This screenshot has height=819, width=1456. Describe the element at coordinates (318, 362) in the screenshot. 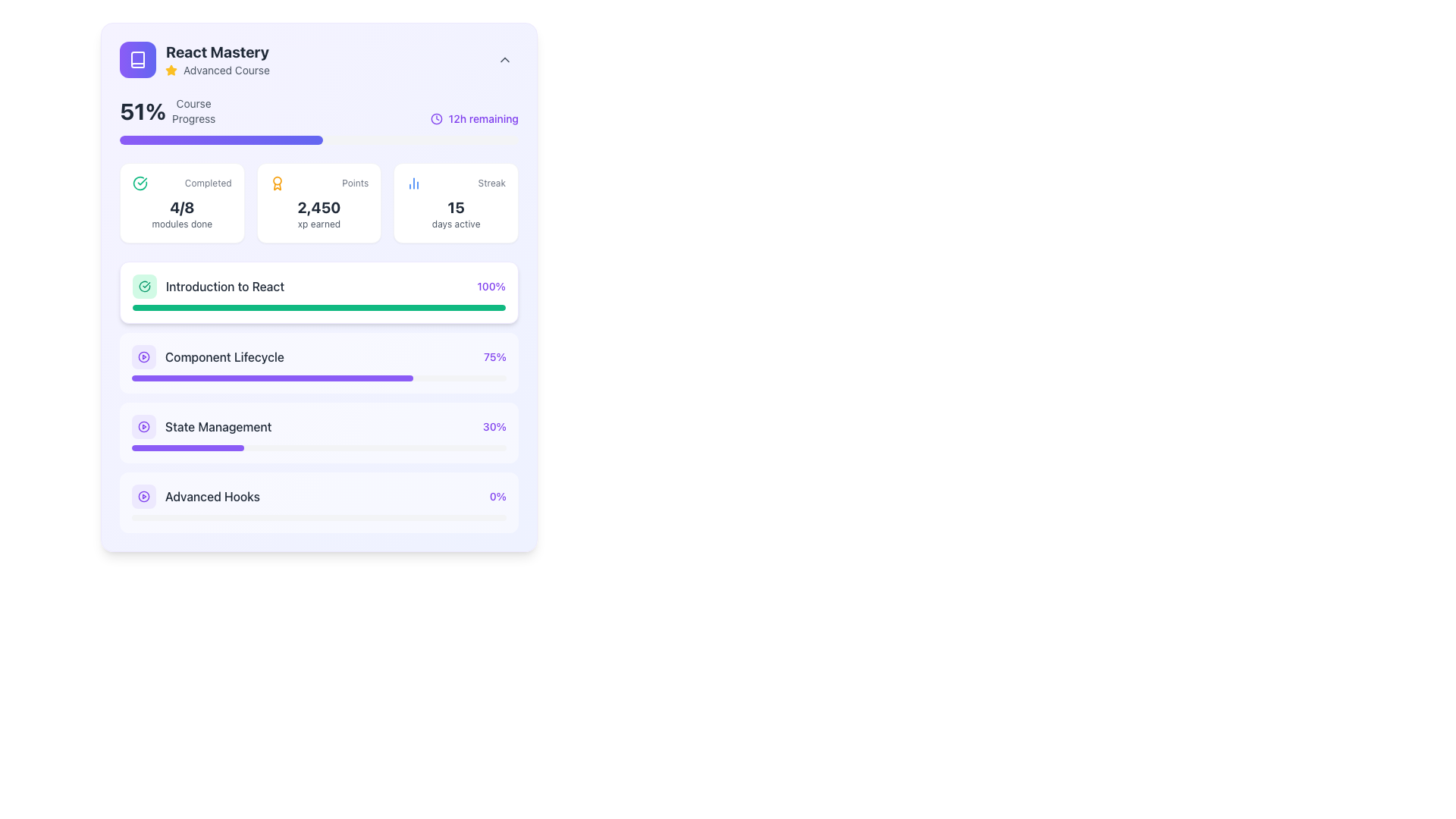

I see `to select the second list item with a progress indicator for the 'Component Lifecycle' module, which is located below 'Introduction to React' and above 'State Management'` at that location.